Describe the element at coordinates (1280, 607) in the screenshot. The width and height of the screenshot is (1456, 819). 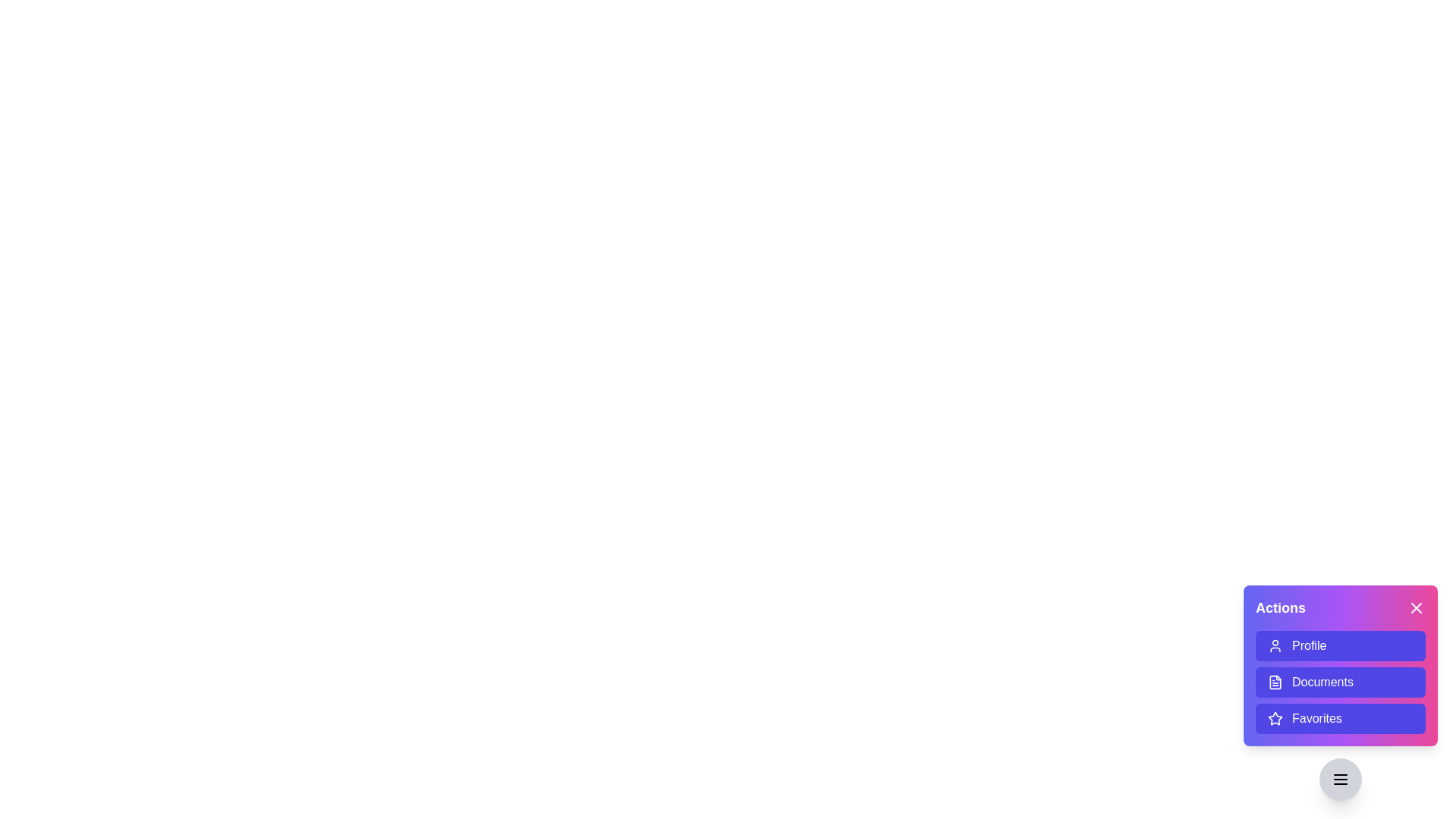
I see `the text label displaying 'Actions', which is styled in a large bold font in white against a gradient background` at that location.